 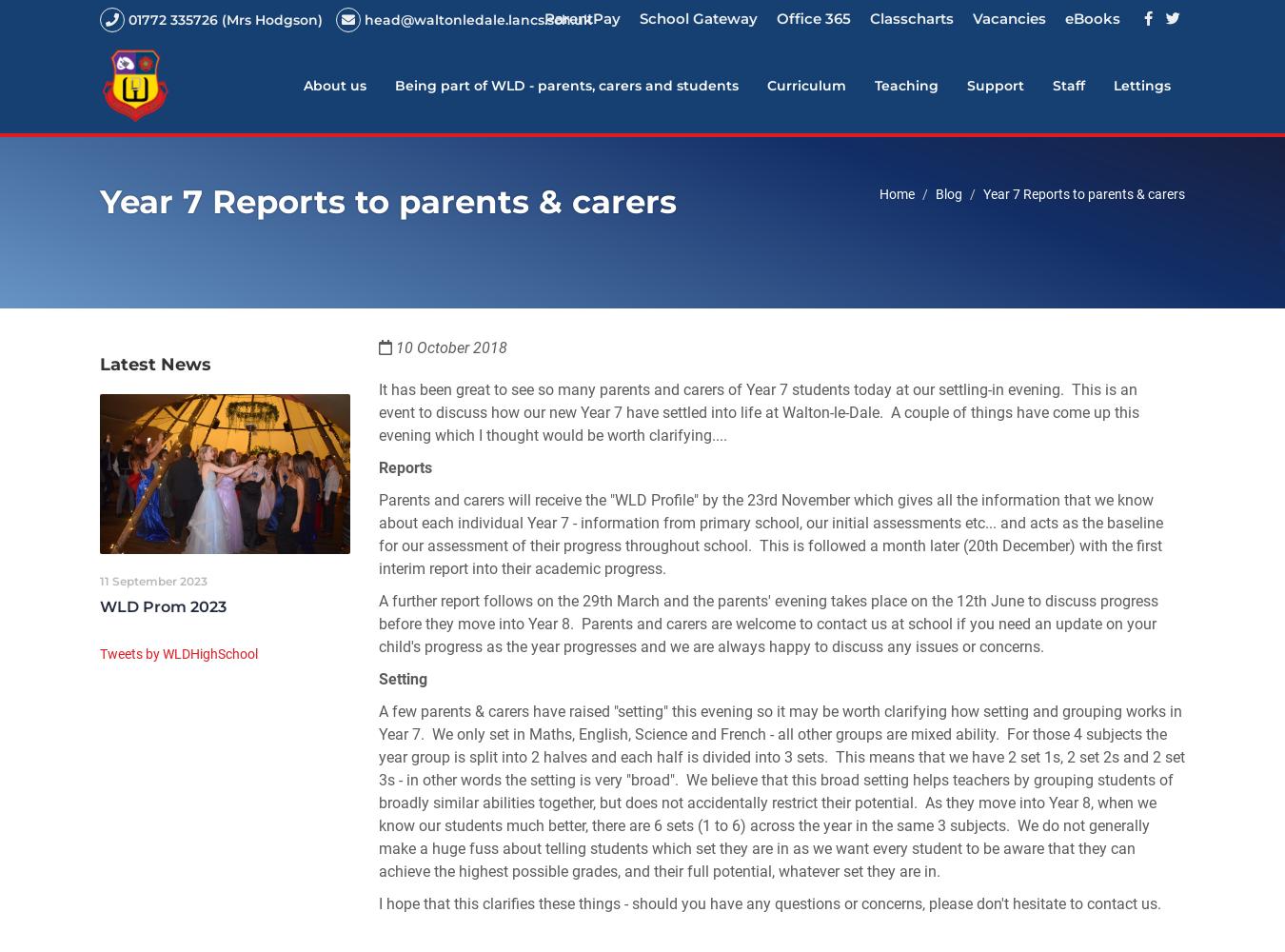 What do you see at coordinates (128, 20) in the screenshot?
I see `'01772 335726 (Mrs Hodgson)'` at bounding box center [128, 20].